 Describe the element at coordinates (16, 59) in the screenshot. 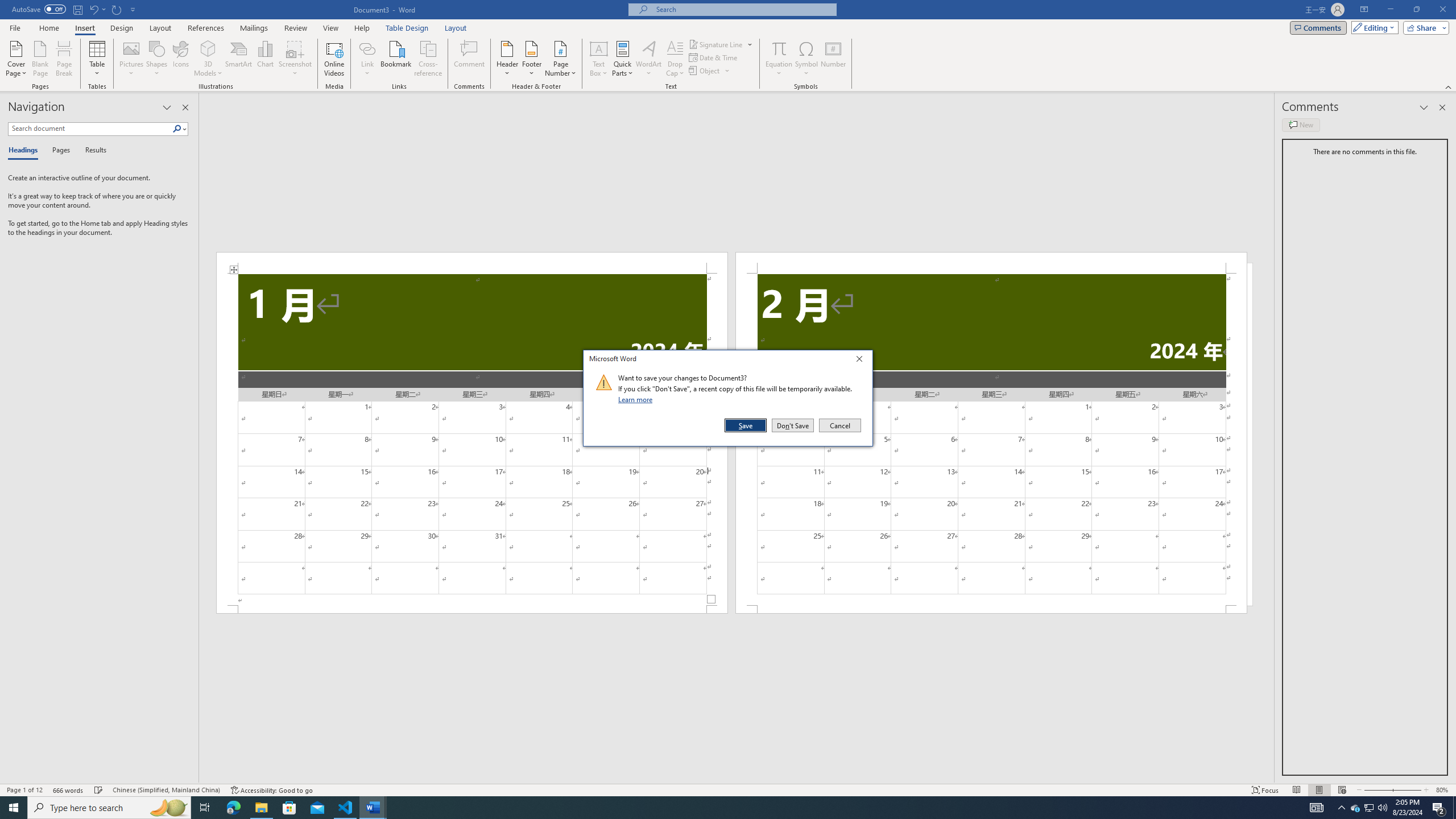

I see `'Cover Page'` at that location.